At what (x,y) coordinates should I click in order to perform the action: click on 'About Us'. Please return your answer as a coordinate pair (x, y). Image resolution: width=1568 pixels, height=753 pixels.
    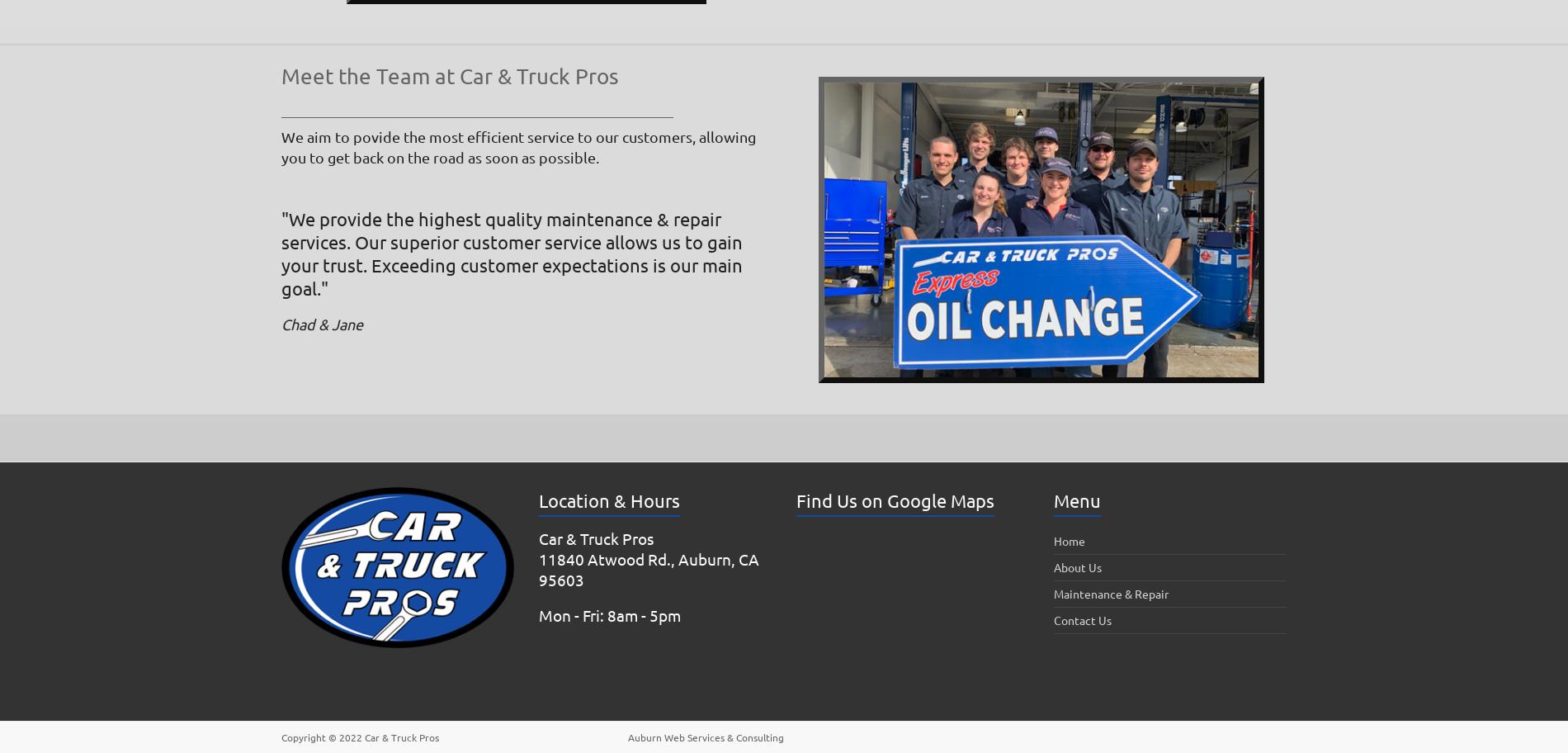
    Looking at the image, I should click on (1077, 567).